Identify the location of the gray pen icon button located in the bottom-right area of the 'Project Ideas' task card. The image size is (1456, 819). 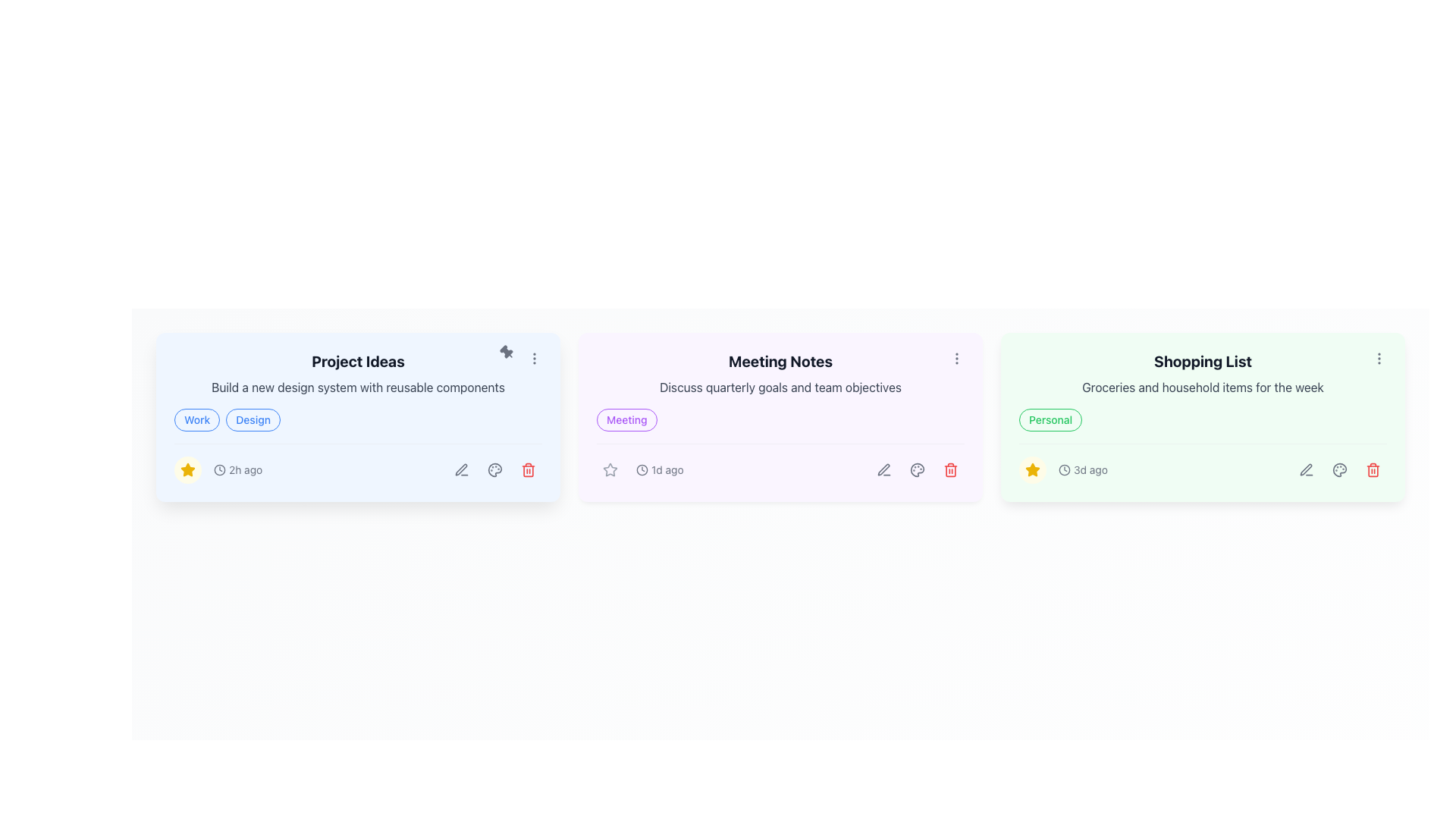
(461, 469).